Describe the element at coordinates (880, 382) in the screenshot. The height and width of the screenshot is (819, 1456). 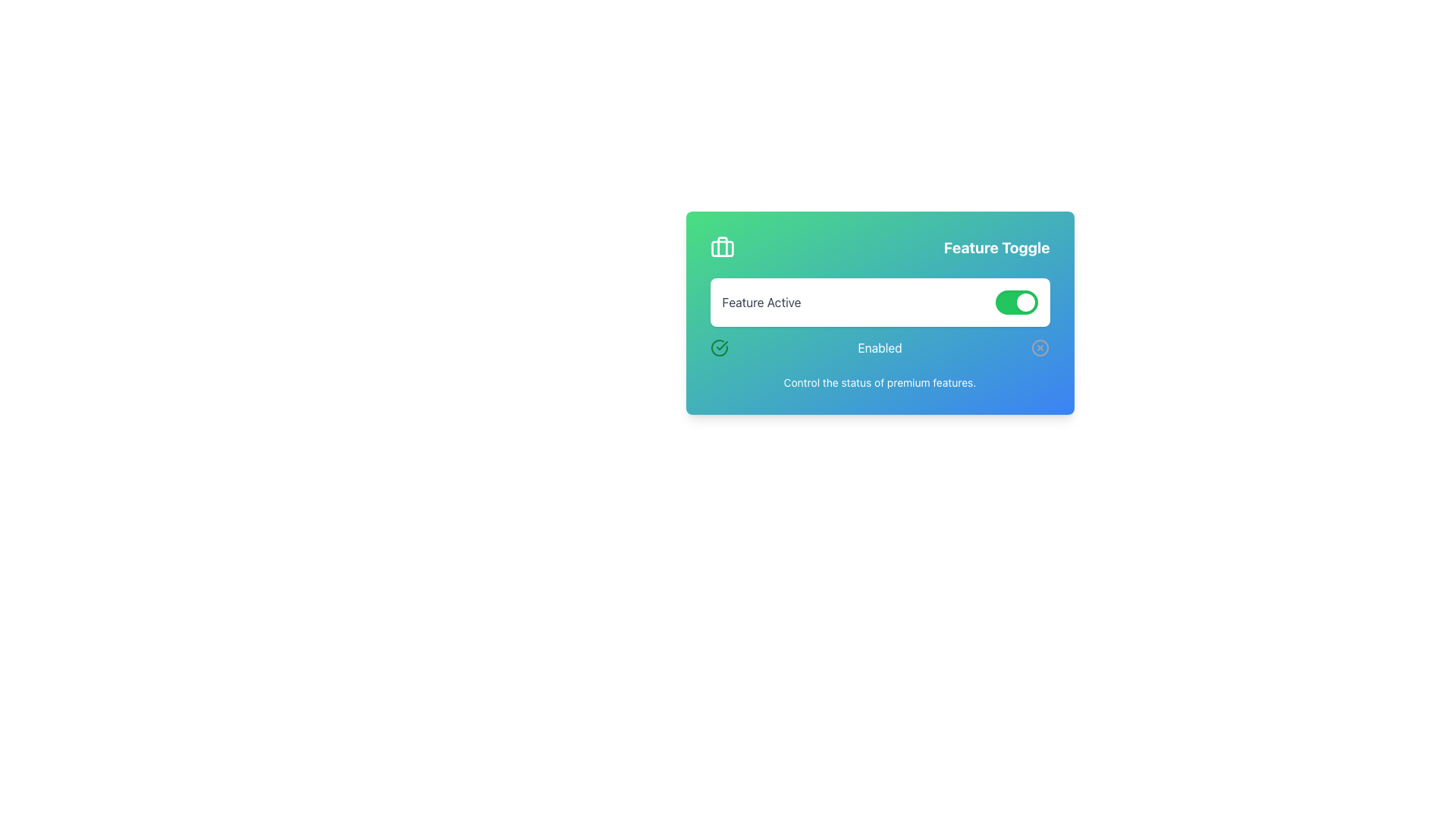
I see `the static text label that provides additional information about the surrounding interface for controlling premium features` at that location.